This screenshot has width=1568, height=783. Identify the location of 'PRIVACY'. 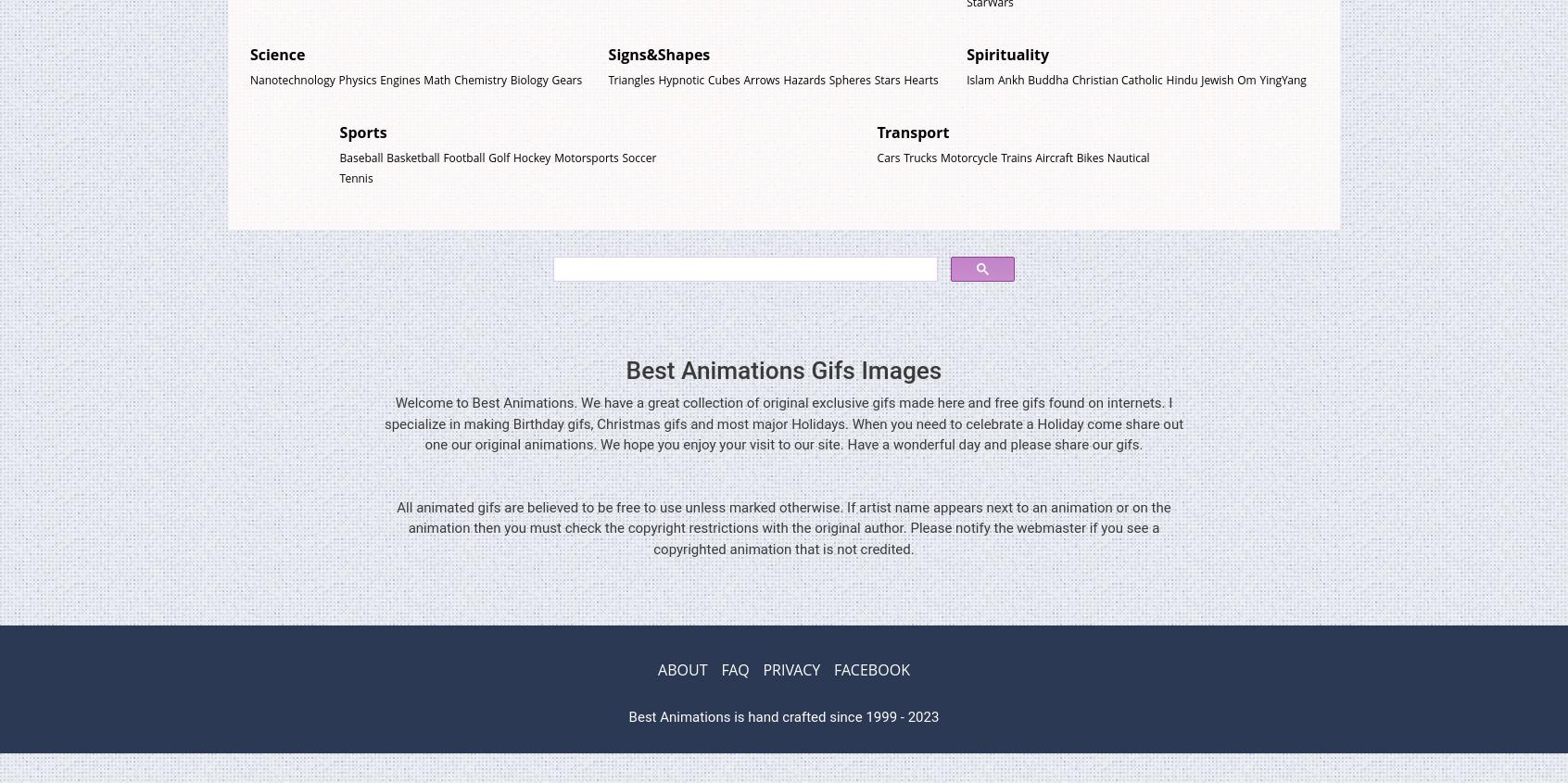
(790, 668).